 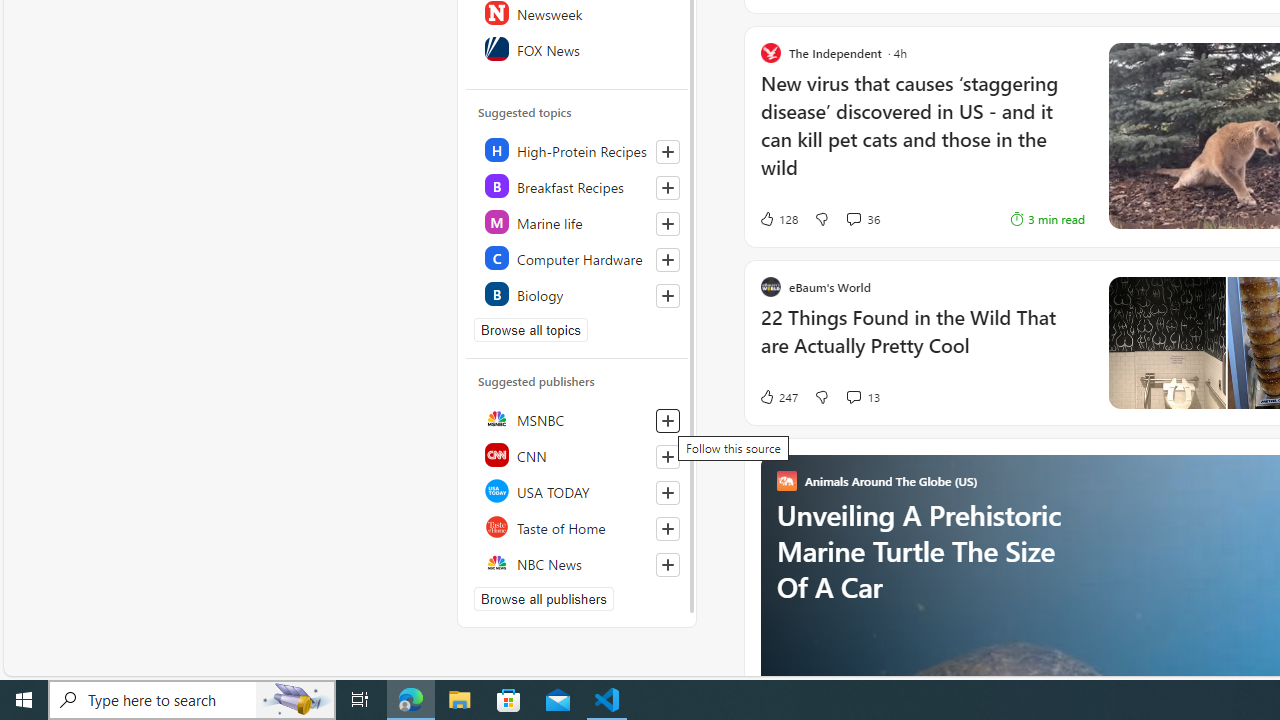 What do you see at coordinates (544, 598) in the screenshot?
I see `'Browse all publishers'` at bounding box center [544, 598].